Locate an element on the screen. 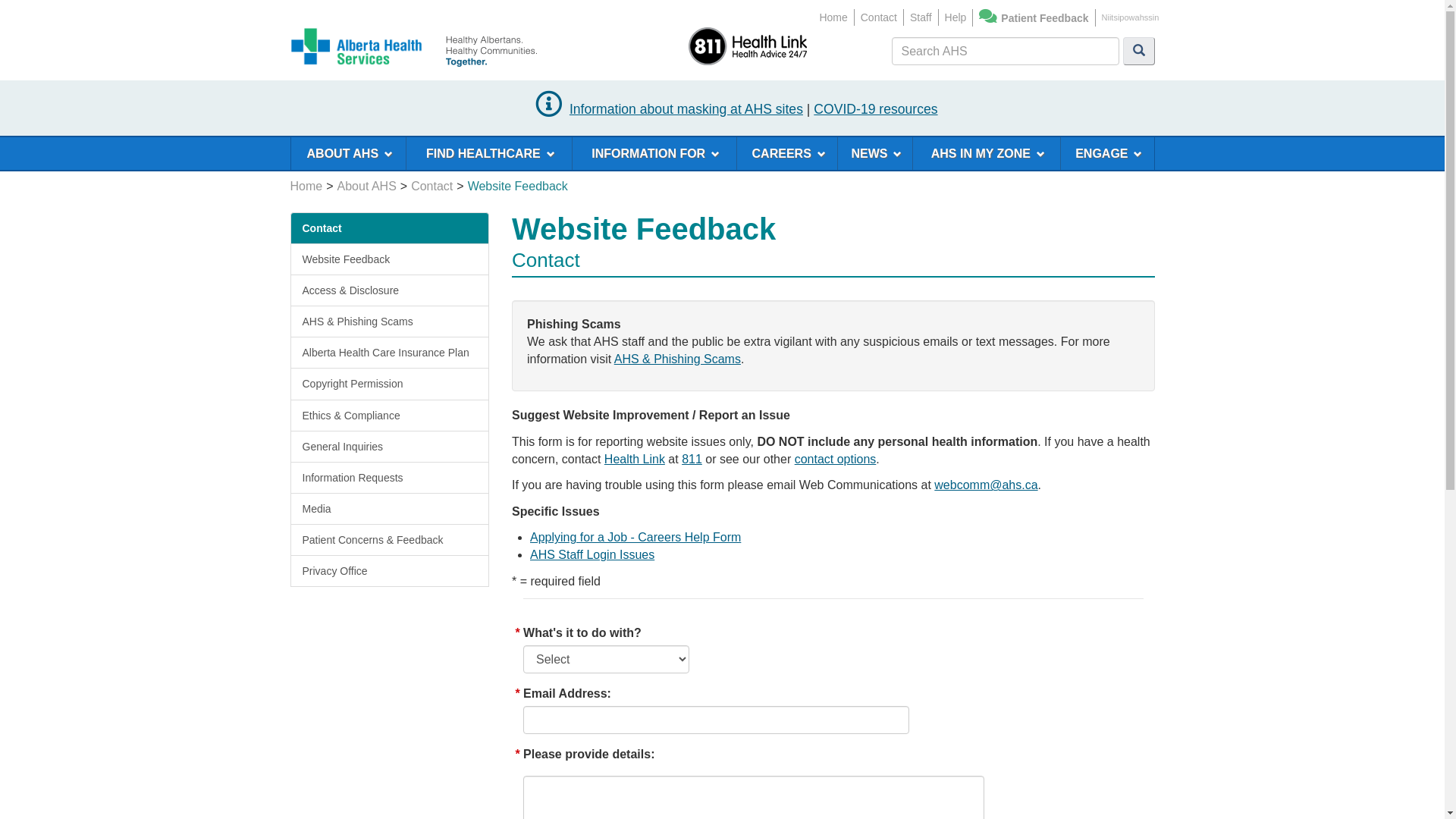  'FIND HEALTHCARE' is located at coordinates (488, 153).